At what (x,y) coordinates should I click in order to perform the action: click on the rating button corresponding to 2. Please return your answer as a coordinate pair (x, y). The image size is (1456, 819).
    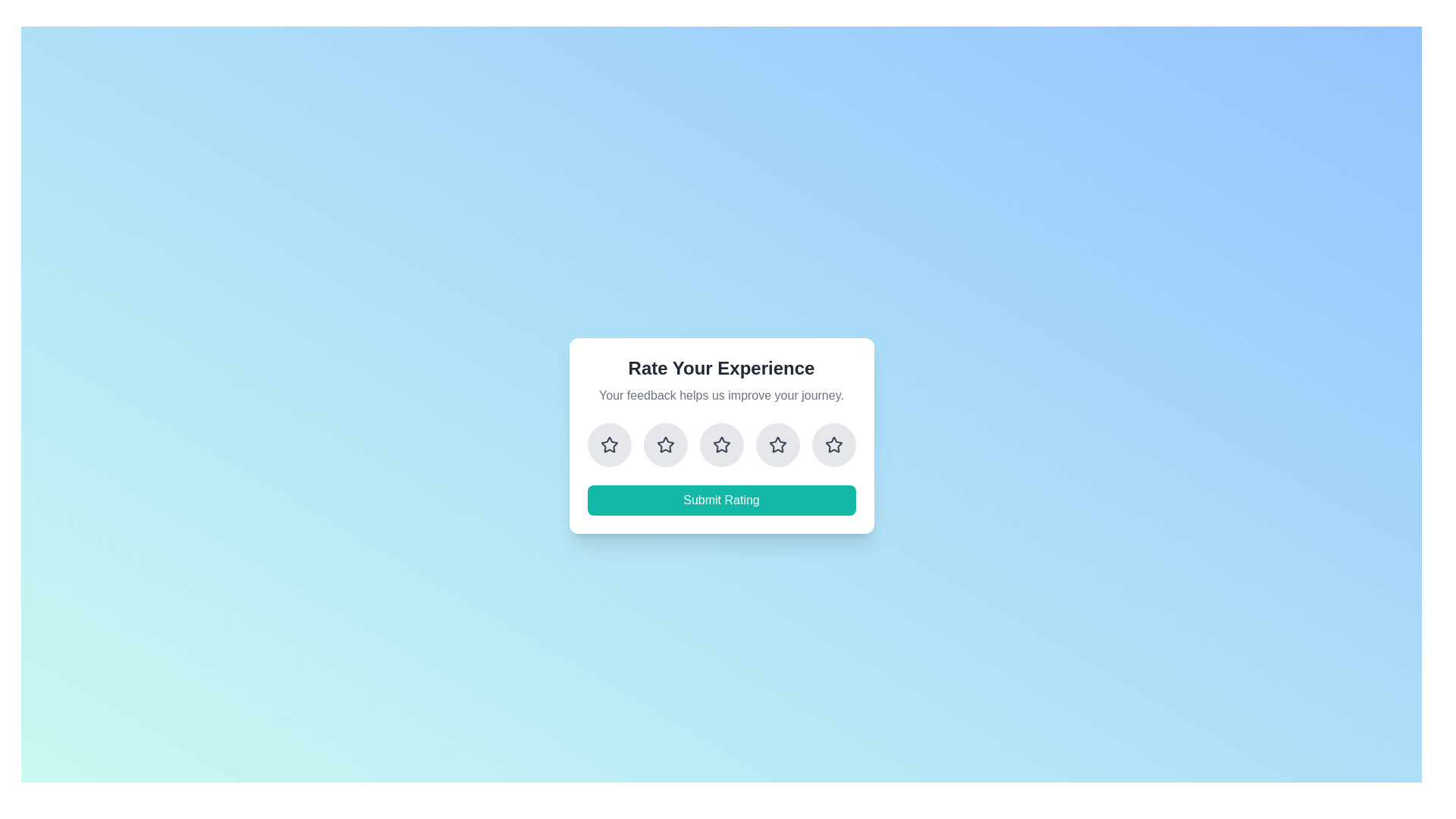
    Looking at the image, I should click on (665, 444).